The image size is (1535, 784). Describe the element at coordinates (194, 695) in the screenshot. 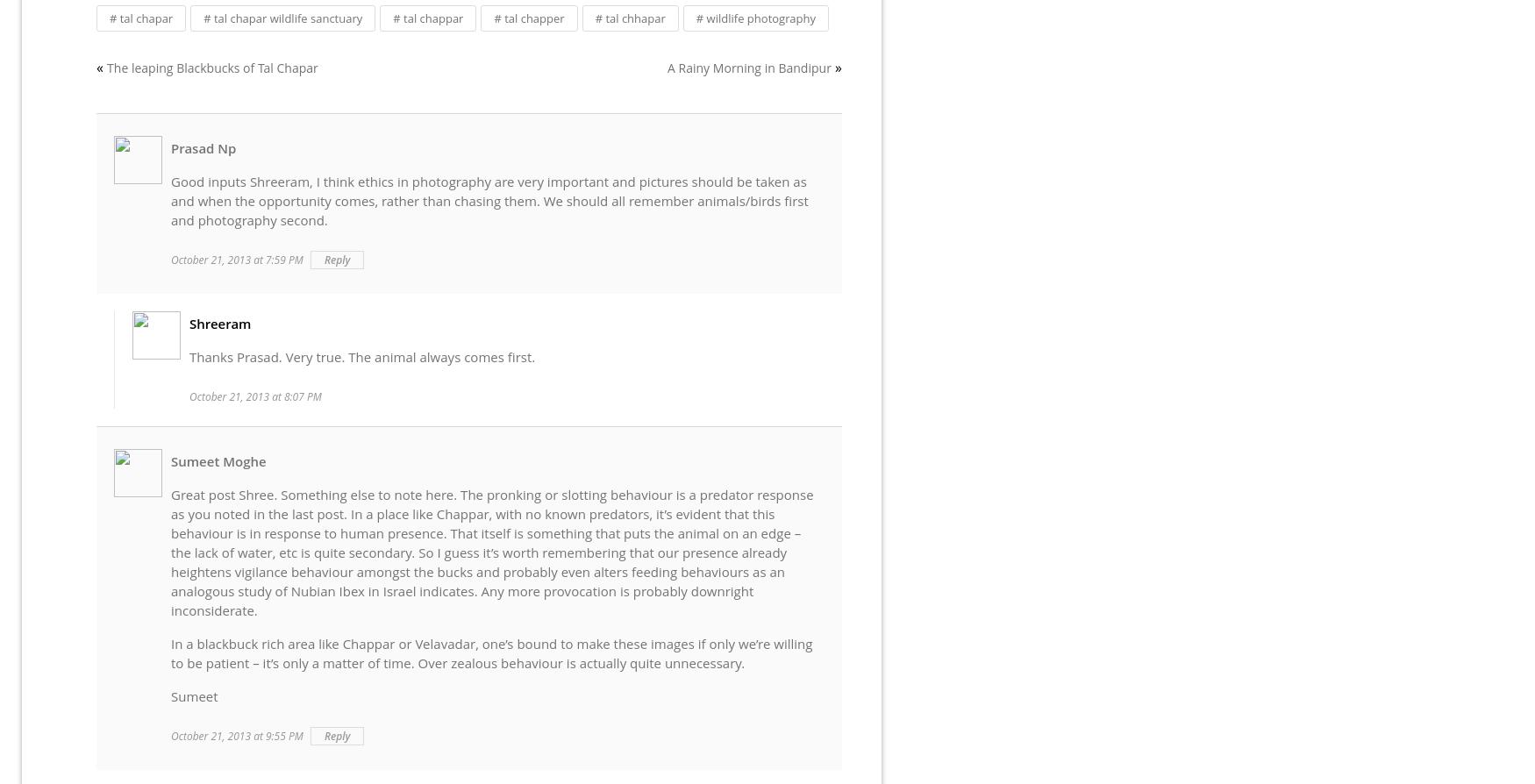

I see `'Sumeet'` at that location.